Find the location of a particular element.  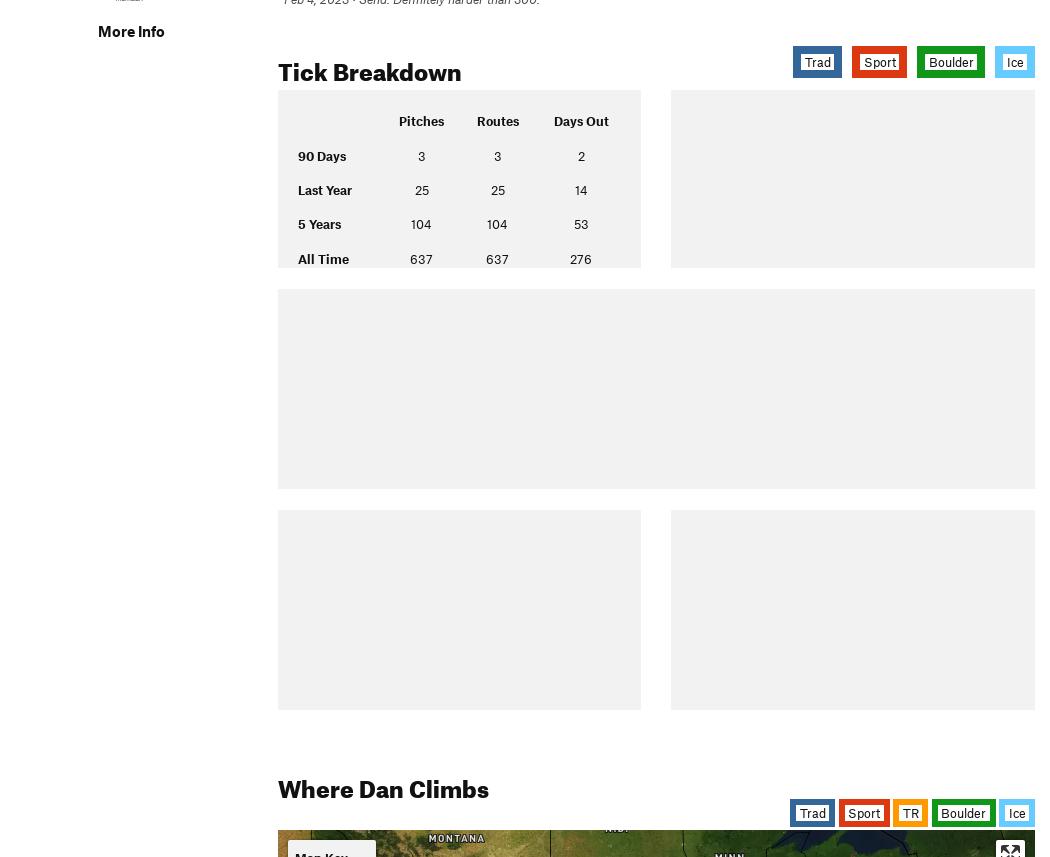

'TR' is located at coordinates (910, 812).